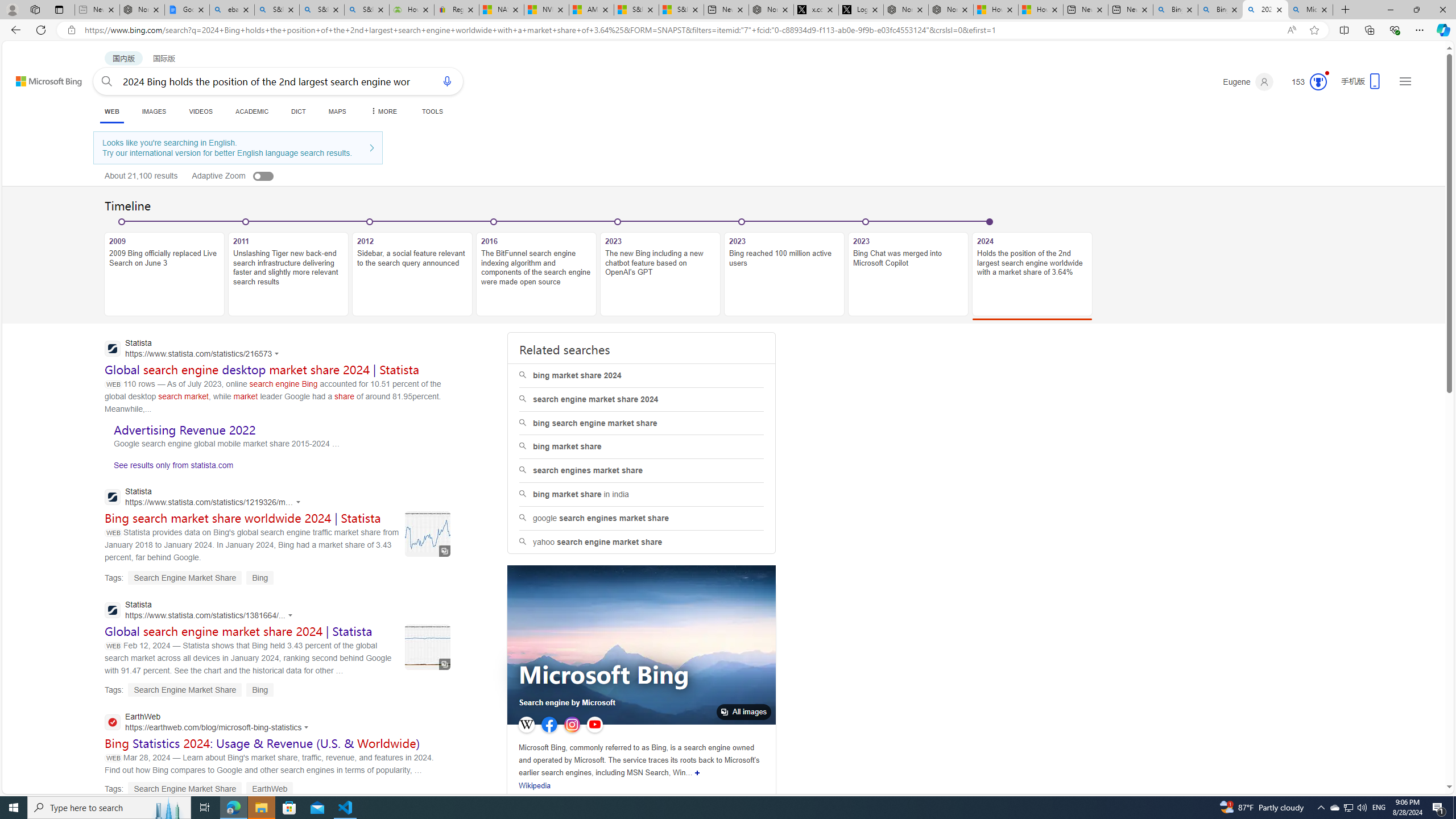  I want to click on 'Settings and quick links', so click(1405, 80).